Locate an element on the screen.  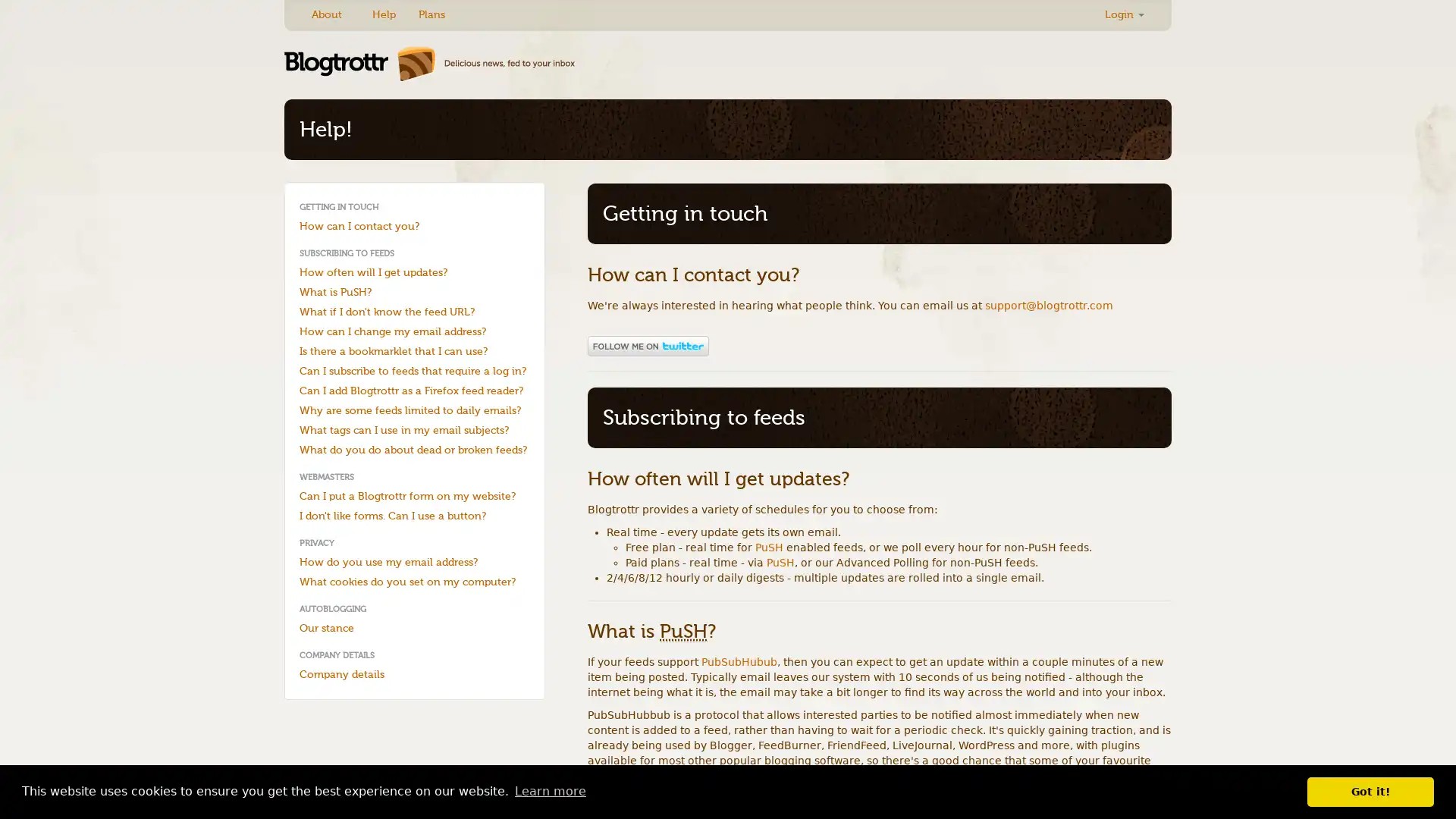
learn more about cookies is located at coordinates (549, 791).